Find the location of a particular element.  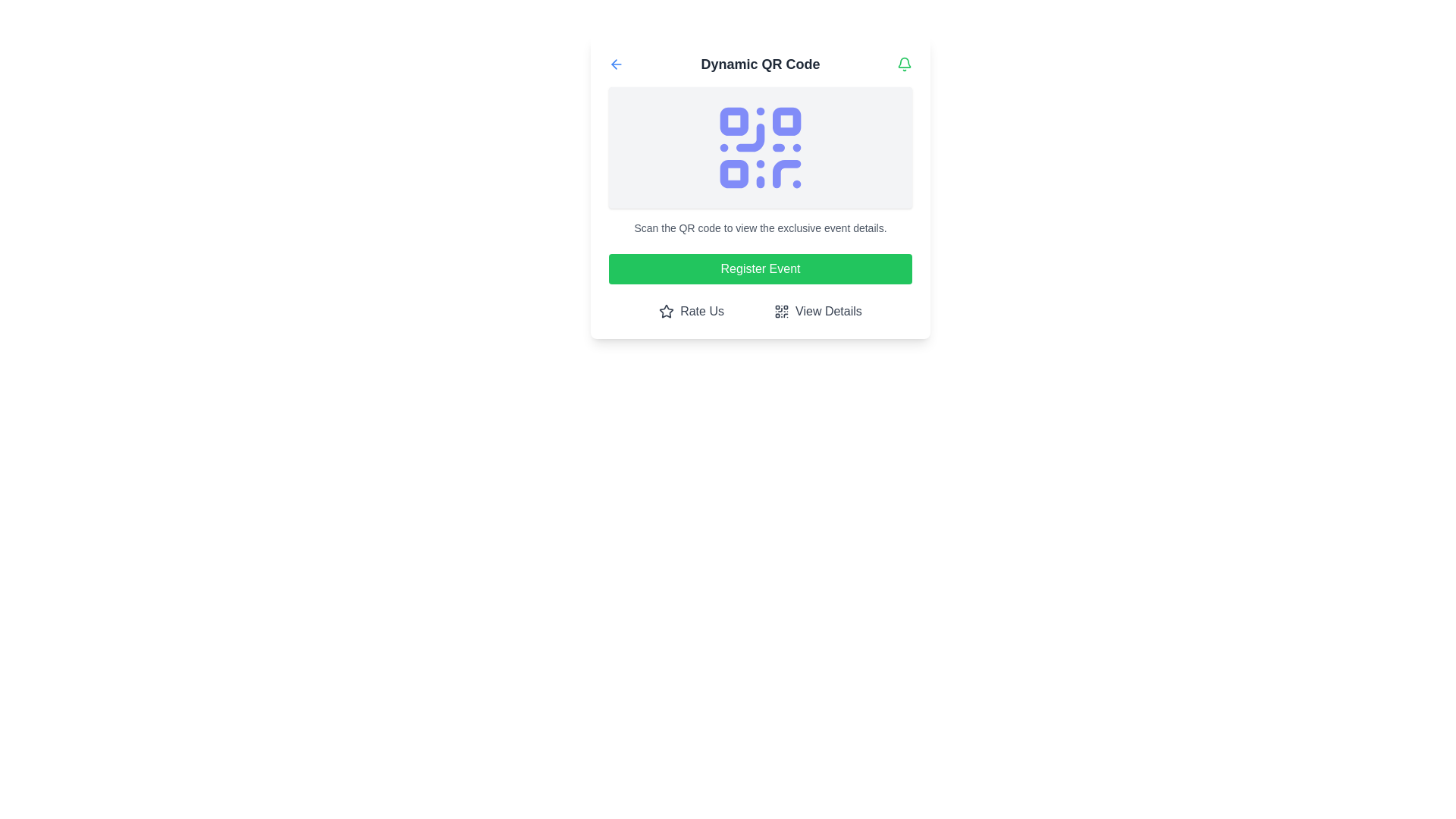

the 'View Details' button which contains a QR code icon characterized by square modules and blue shades, located to the left of the button's text label is located at coordinates (782, 311).